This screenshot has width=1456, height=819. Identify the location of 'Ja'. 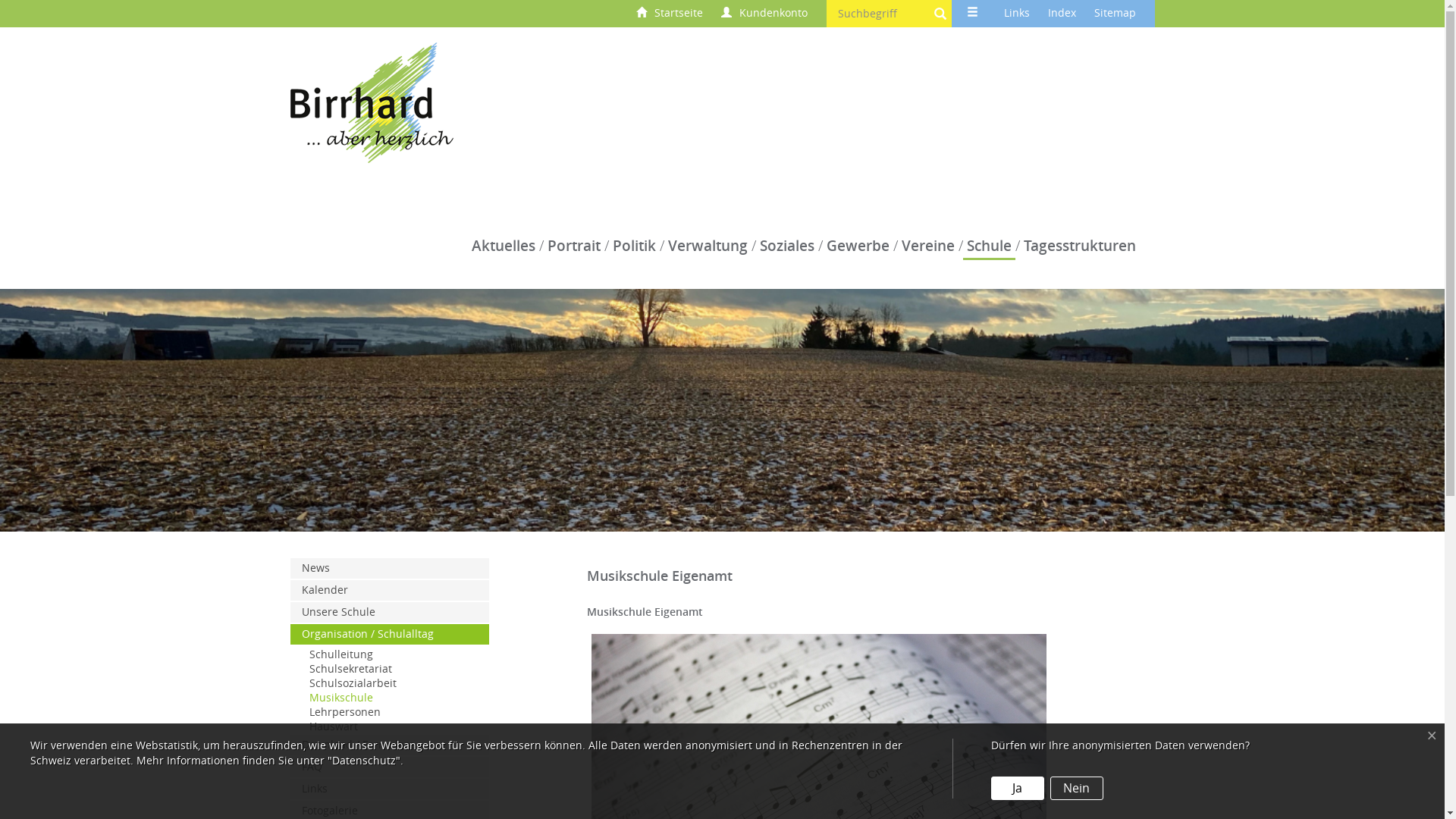
(1018, 787).